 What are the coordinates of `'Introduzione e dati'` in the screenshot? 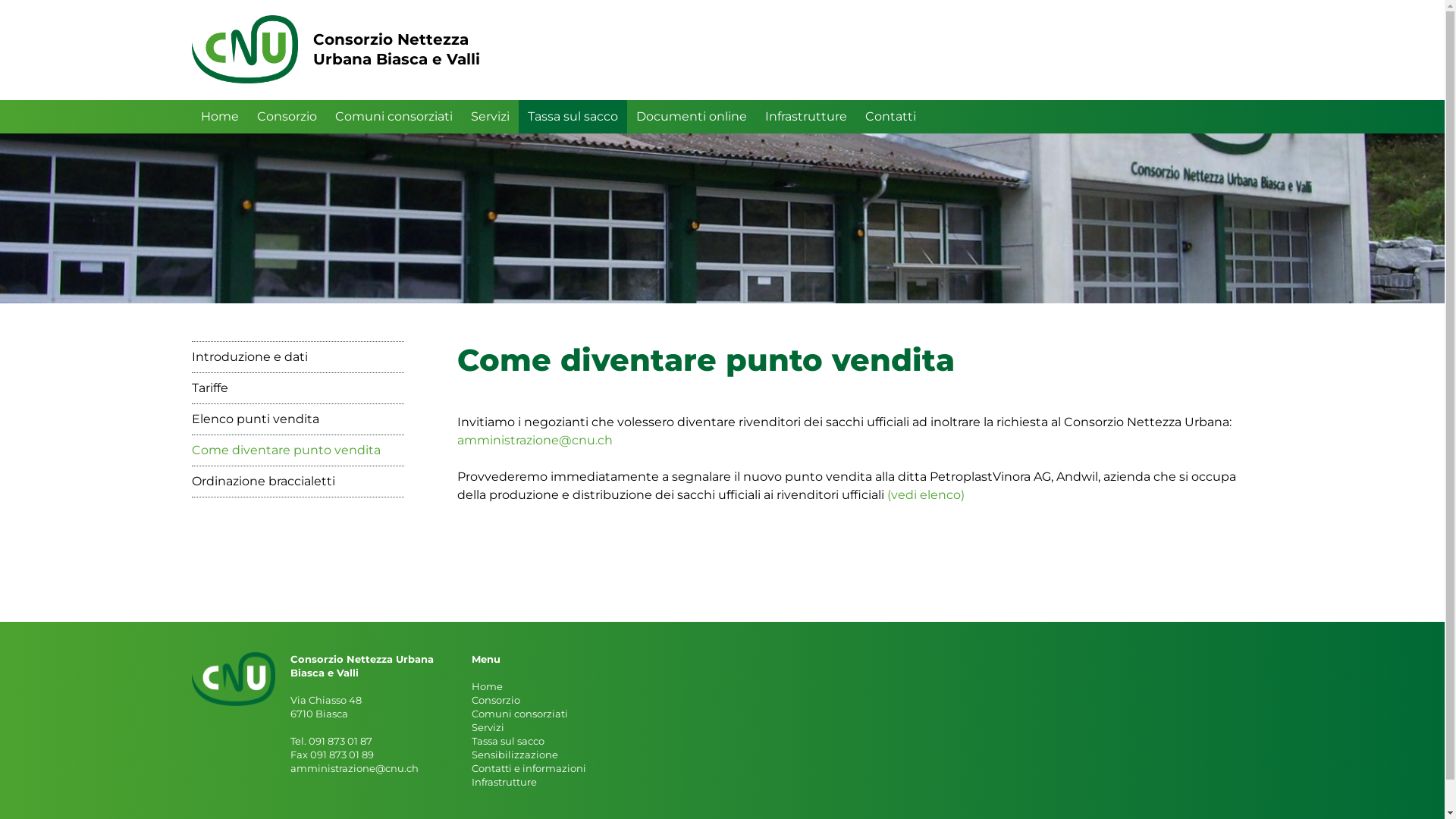 It's located at (297, 356).